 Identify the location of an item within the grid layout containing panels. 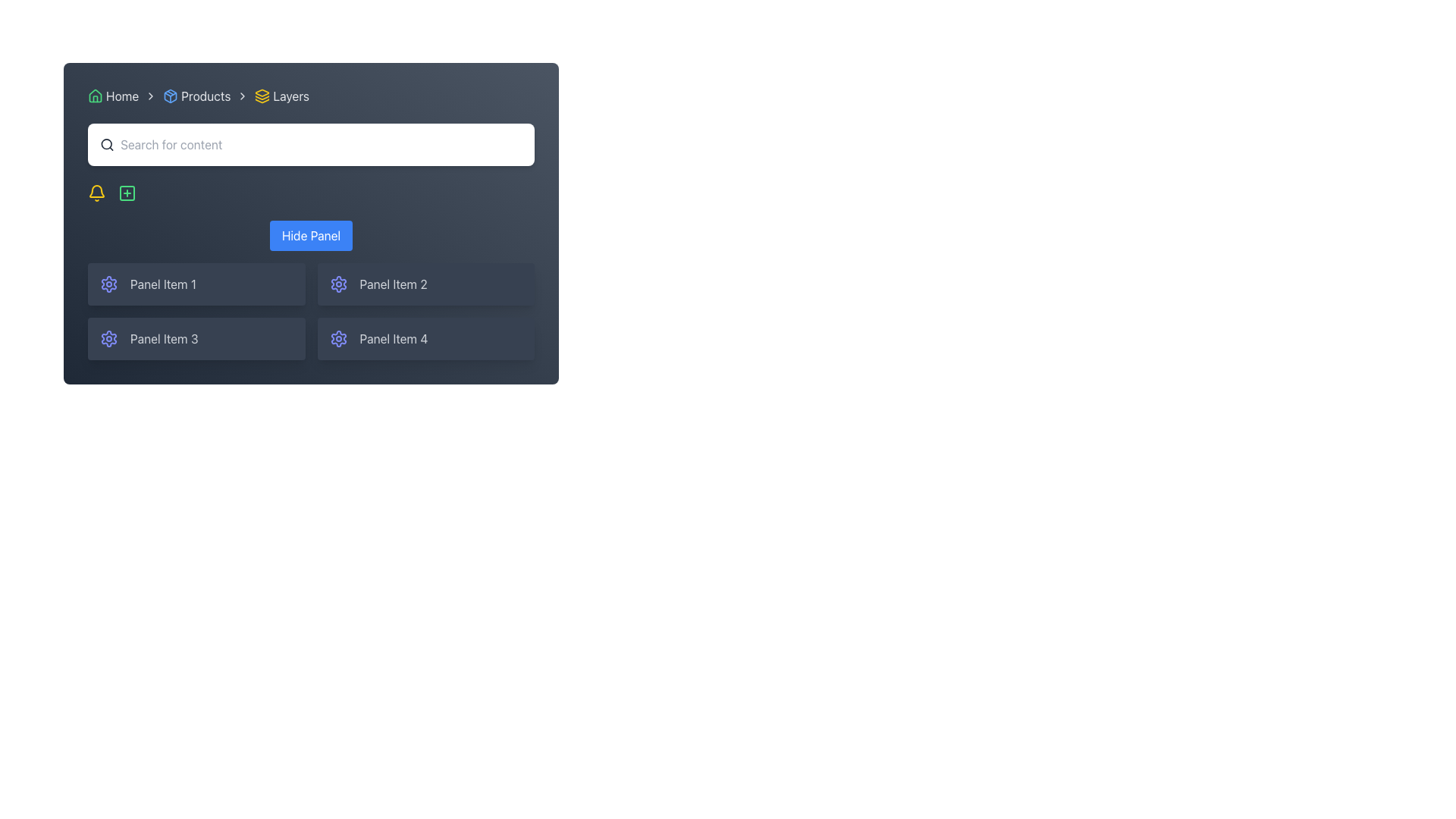
(310, 311).